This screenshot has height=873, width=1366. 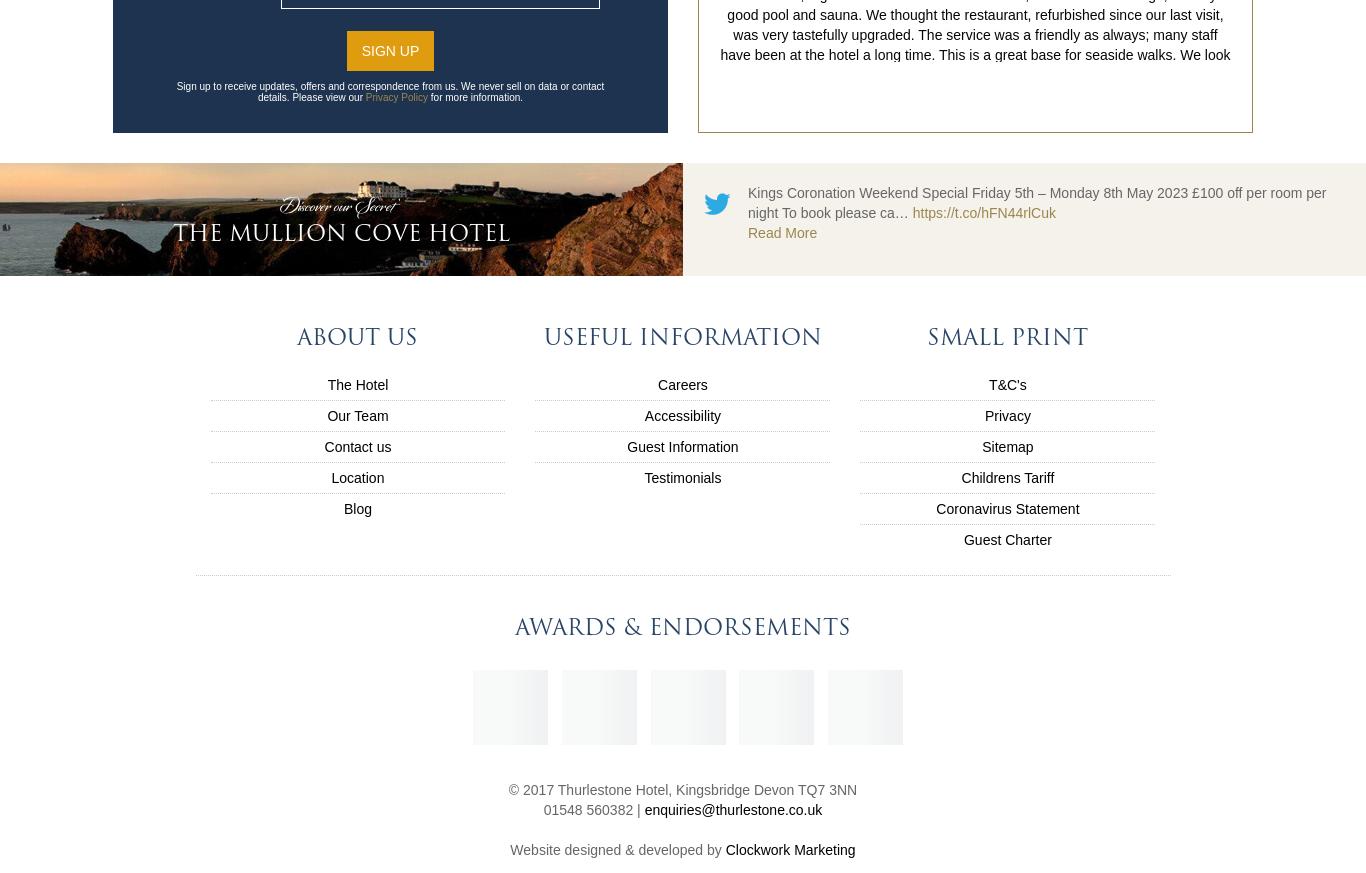 I want to click on 'T&C's', so click(x=1007, y=383).